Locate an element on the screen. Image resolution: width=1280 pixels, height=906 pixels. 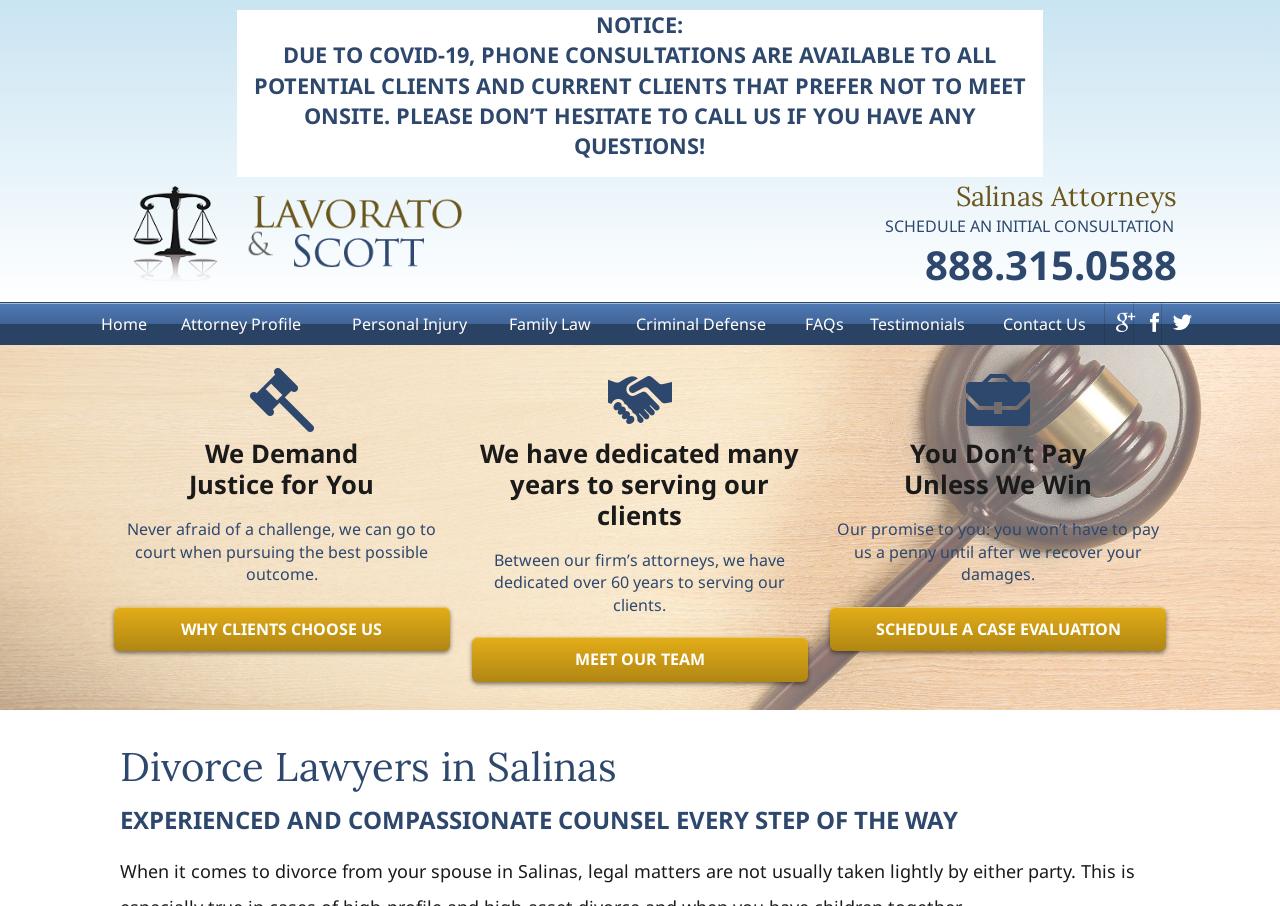
'Attorney Profile' is located at coordinates (240, 350).